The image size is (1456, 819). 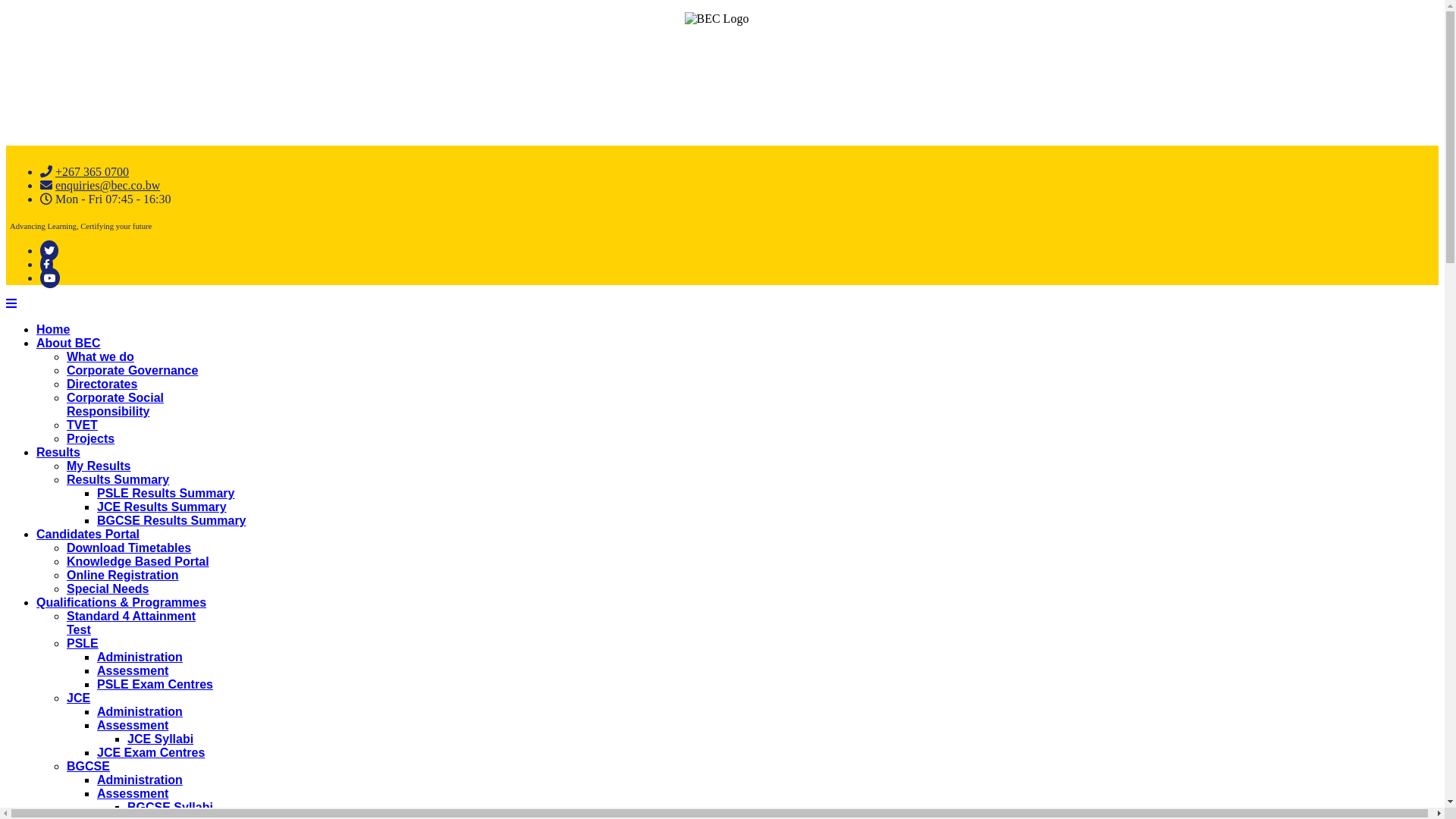 I want to click on 'PSLE Results Summary', so click(x=165, y=493).